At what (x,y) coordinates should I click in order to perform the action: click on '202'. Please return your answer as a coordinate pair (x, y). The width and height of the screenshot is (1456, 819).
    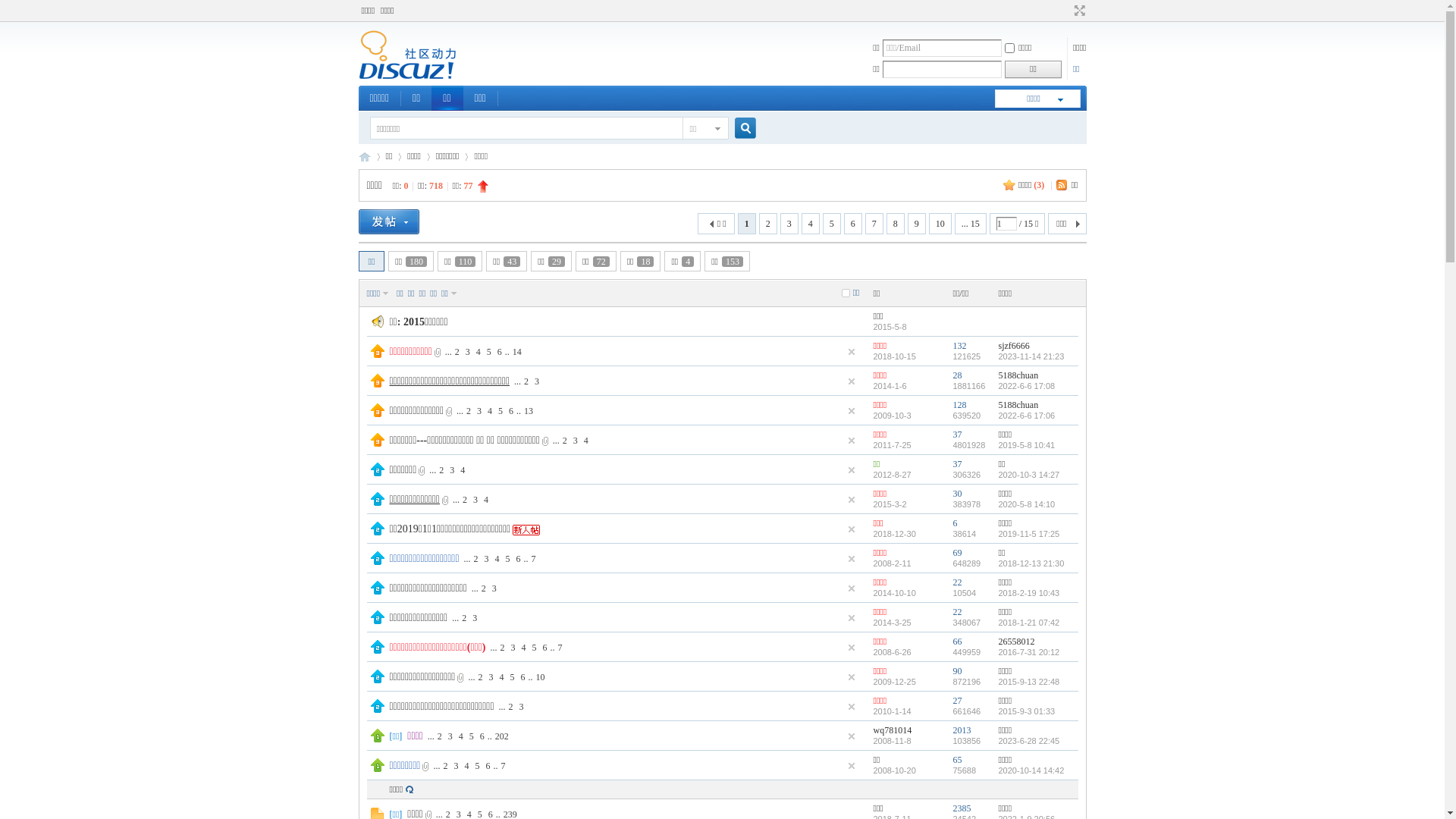
    Looking at the image, I should click on (502, 736).